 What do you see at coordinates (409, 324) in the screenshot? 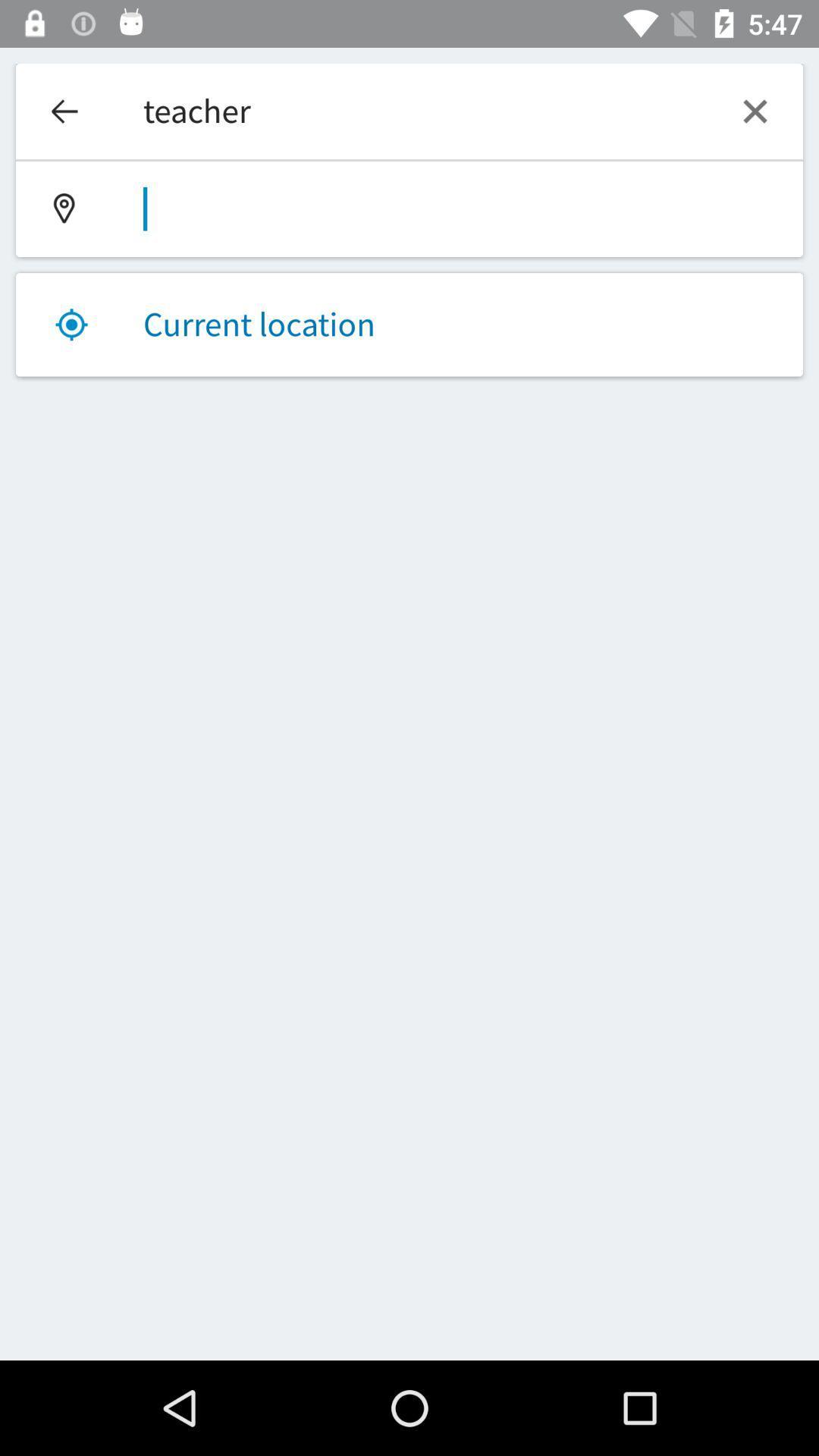
I see `the current location item` at bounding box center [409, 324].